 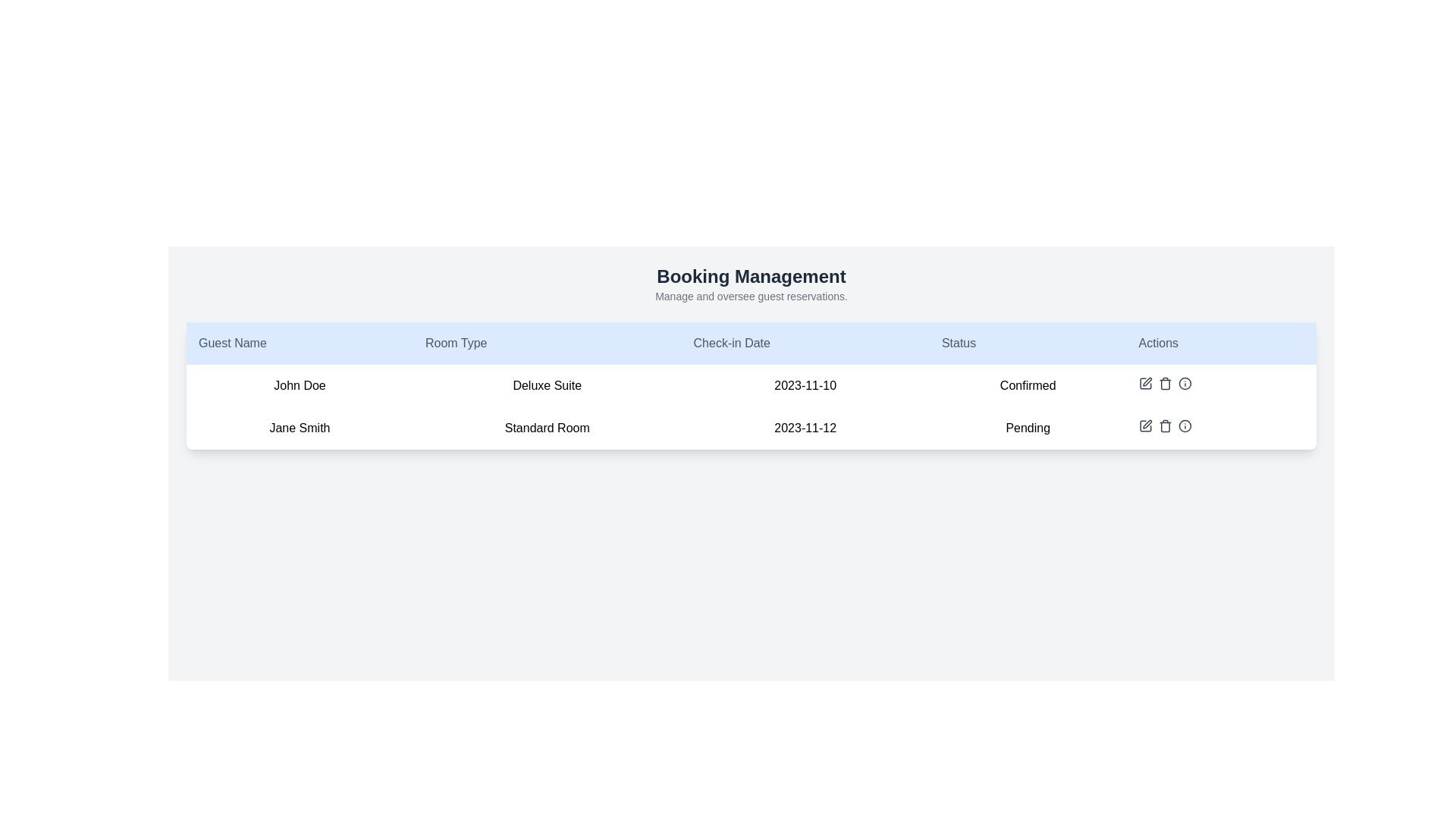 What do you see at coordinates (1028, 385) in the screenshot?
I see `text label indicating the booking status of the guest named 'John Doe', which confirms that the booking is confirmed` at bounding box center [1028, 385].